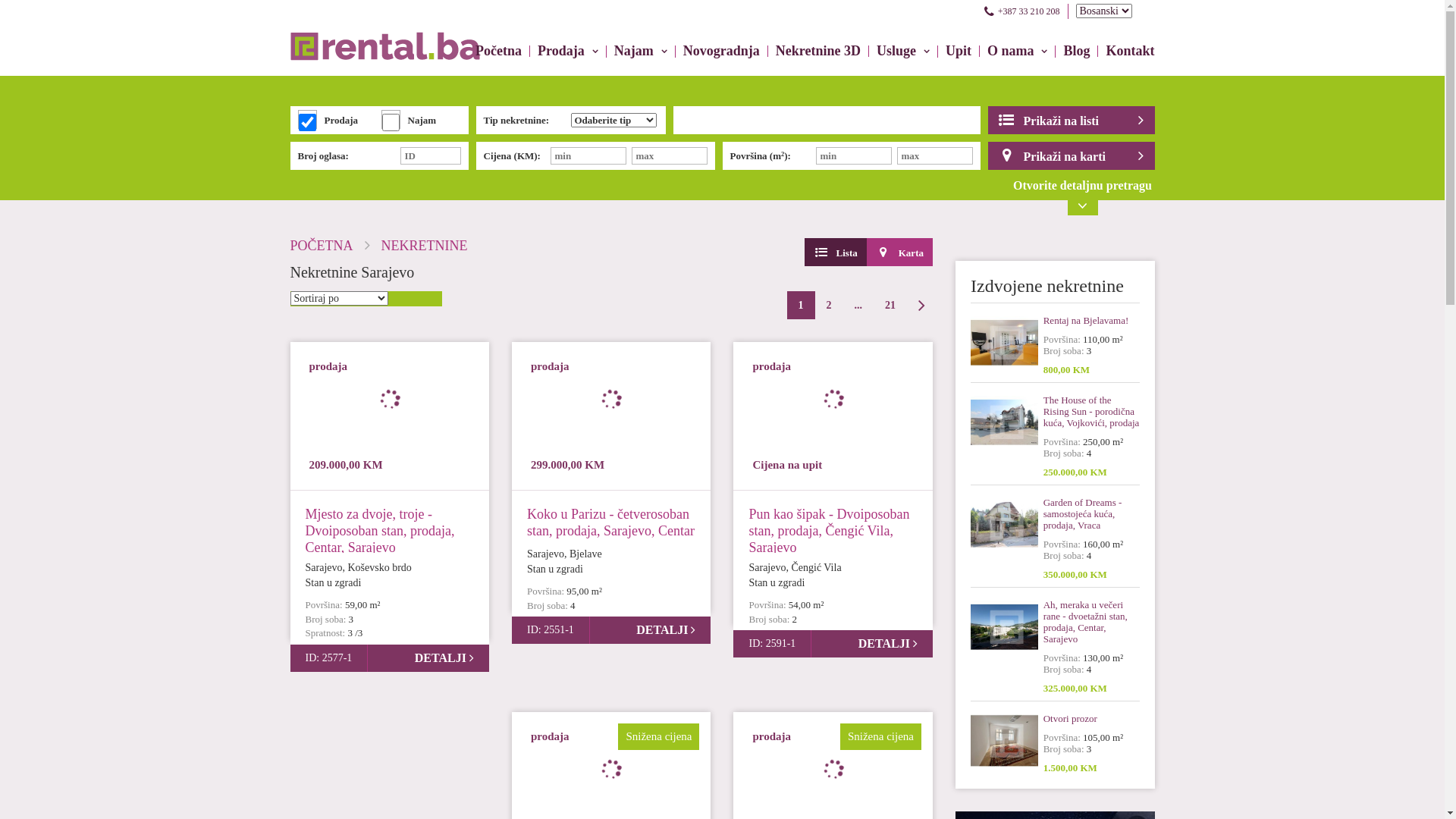 The image size is (1456, 819). What do you see at coordinates (999, 195) in the screenshot?
I see `'Otvorite detaljnu pretragu'` at bounding box center [999, 195].